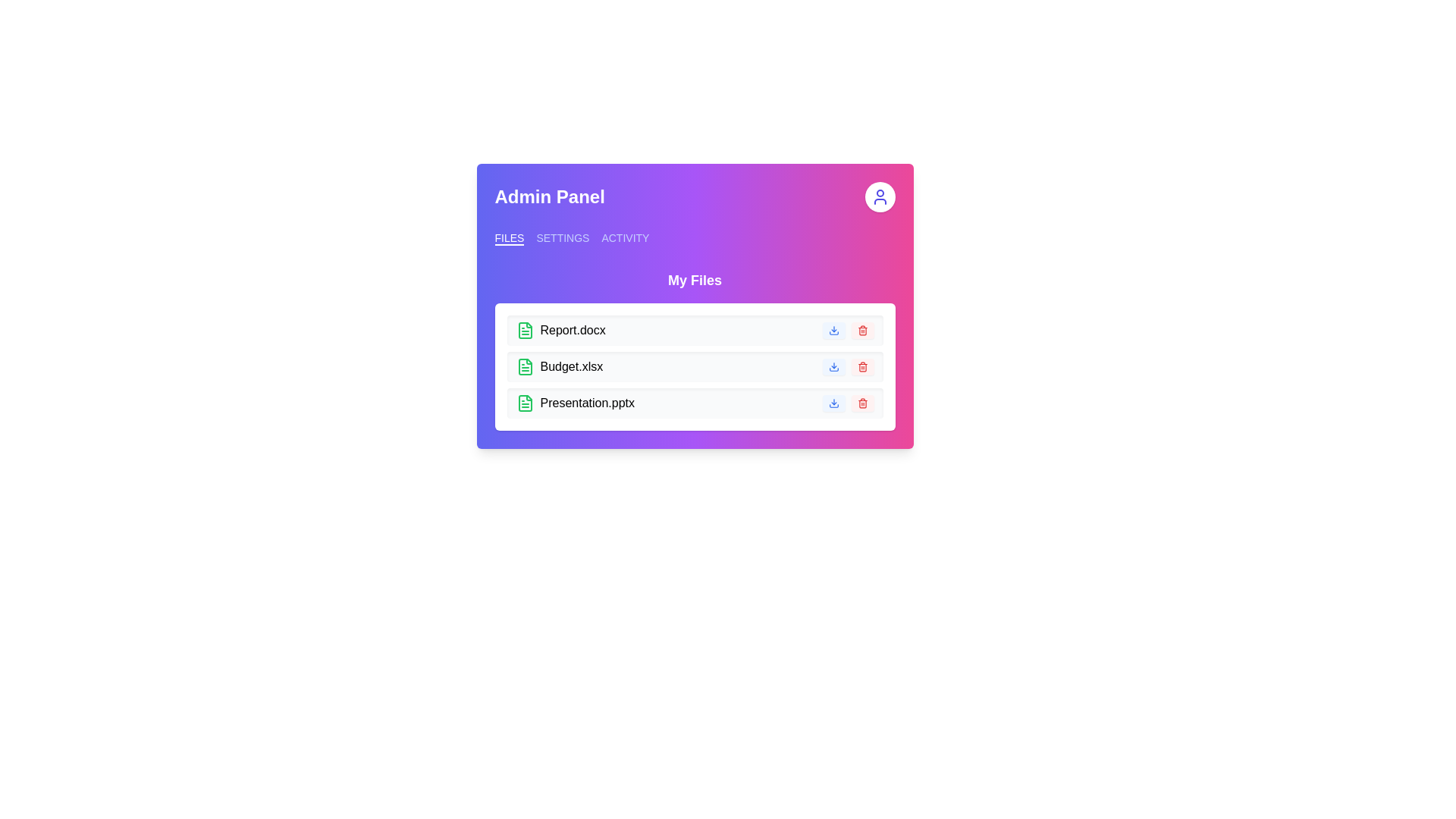 The height and width of the screenshot is (819, 1456). Describe the element at coordinates (694, 281) in the screenshot. I see `the 'My Files' text label, which is presented in bold white lettering with a large font size and has a vibrant gradient background transitioning from purple to pink` at that location.